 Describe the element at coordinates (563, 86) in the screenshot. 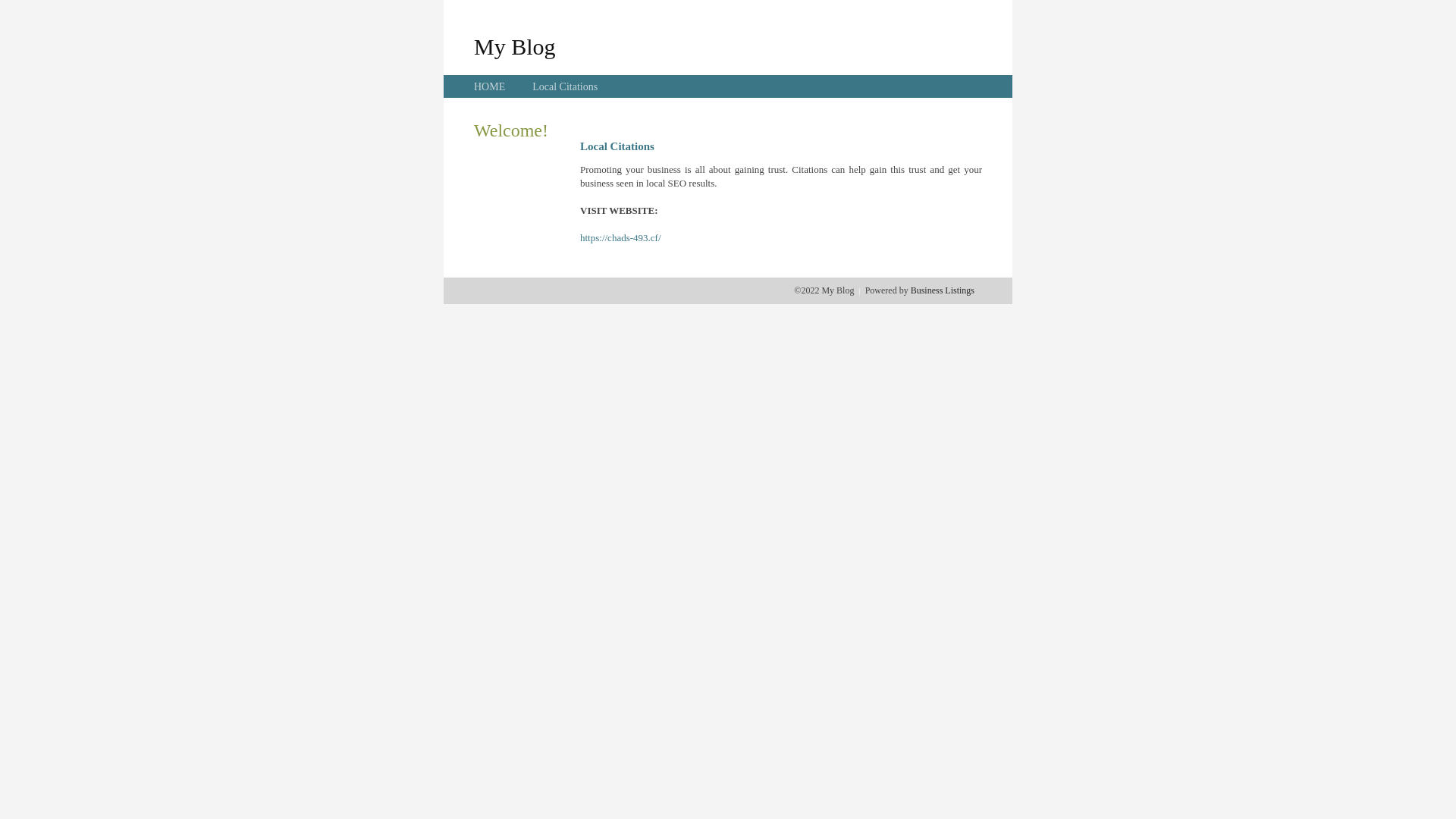

I see `'Local Citations'` at that location.